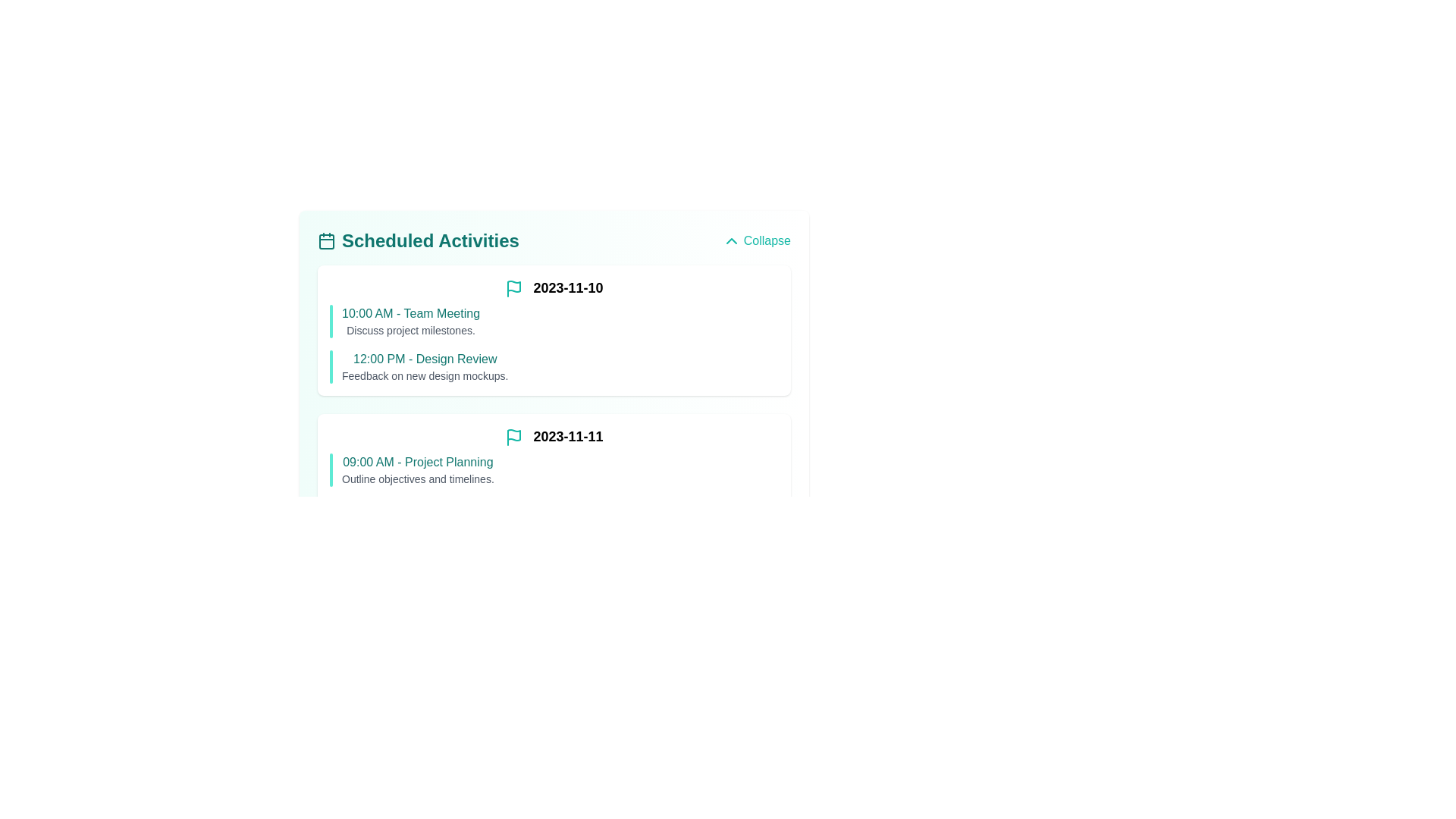 This screenshot has height=819, width=1456. Describe the element at coordinates (756, 240) in the screenshot. I see `the collapsible trigger button labeled 'Collapse' in teal color located at the top-right corner of the Scheduled Activities section` at that location.